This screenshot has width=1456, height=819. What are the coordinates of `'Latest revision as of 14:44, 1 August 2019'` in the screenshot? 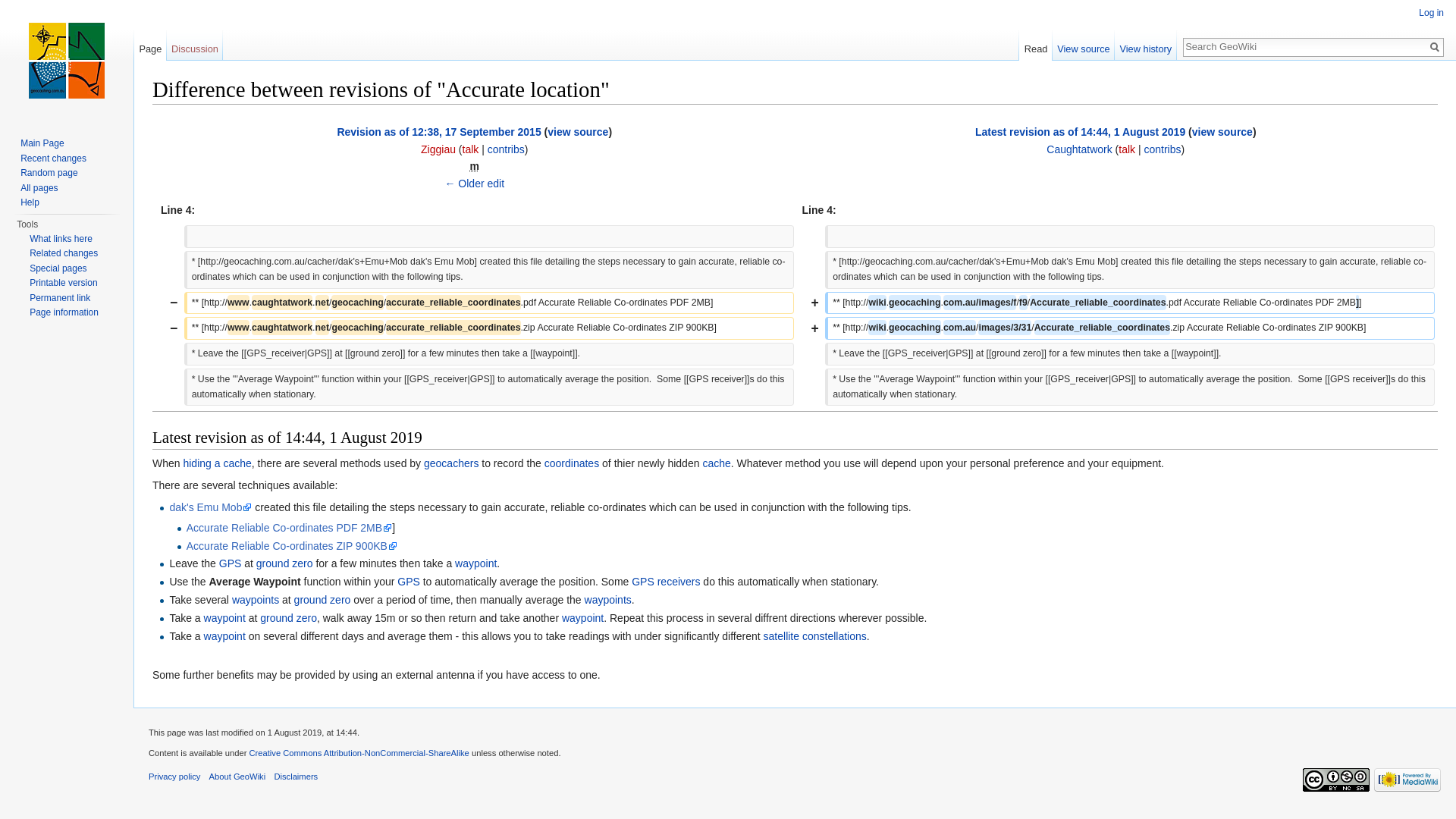 It's located at (1079, 130).